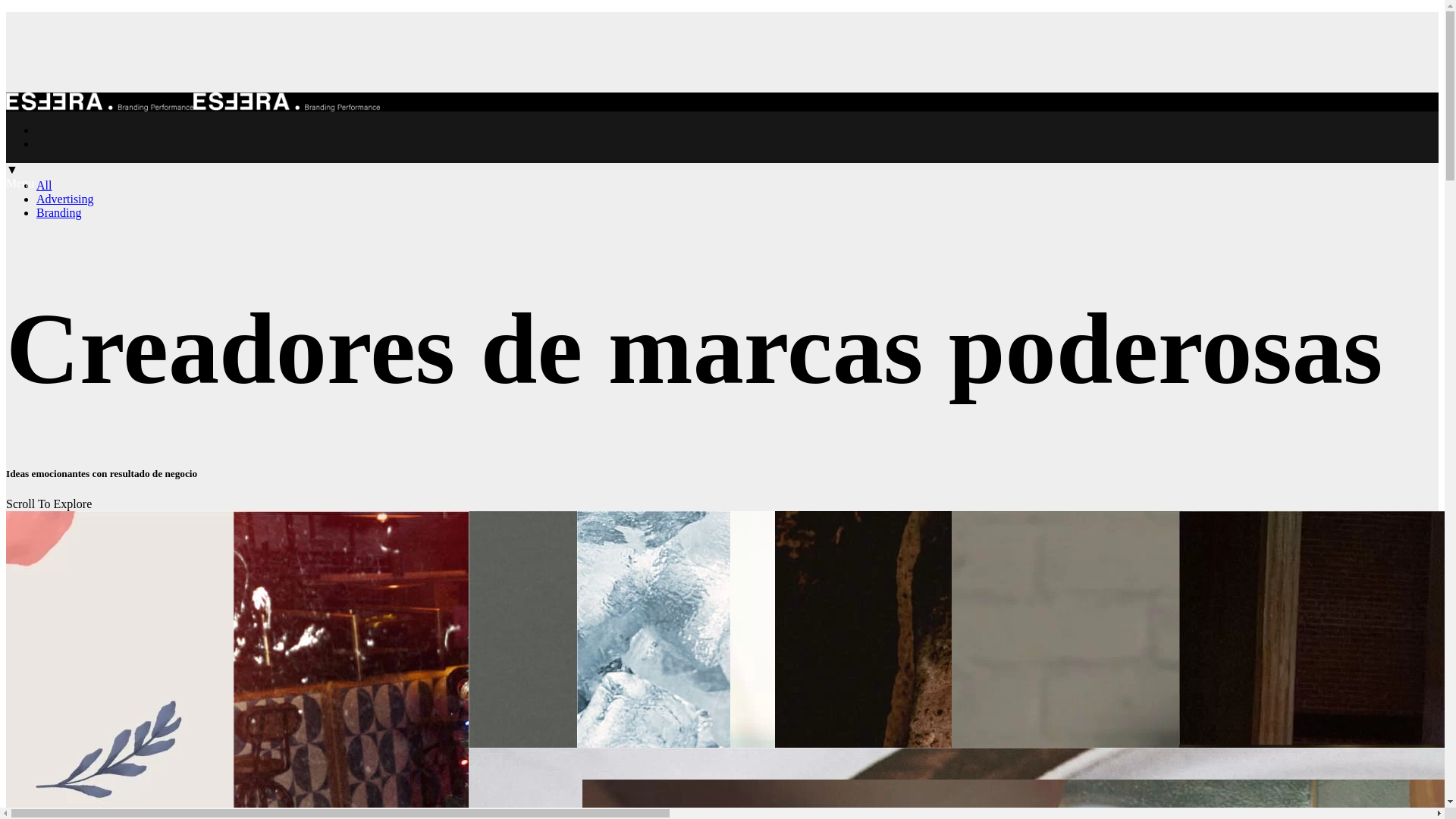 Image resolution: width=1456 pixels, height=819 pixels. Describe the element at coordinates (64, 198) in the screenshot. I see `'Advertising'` at that location.